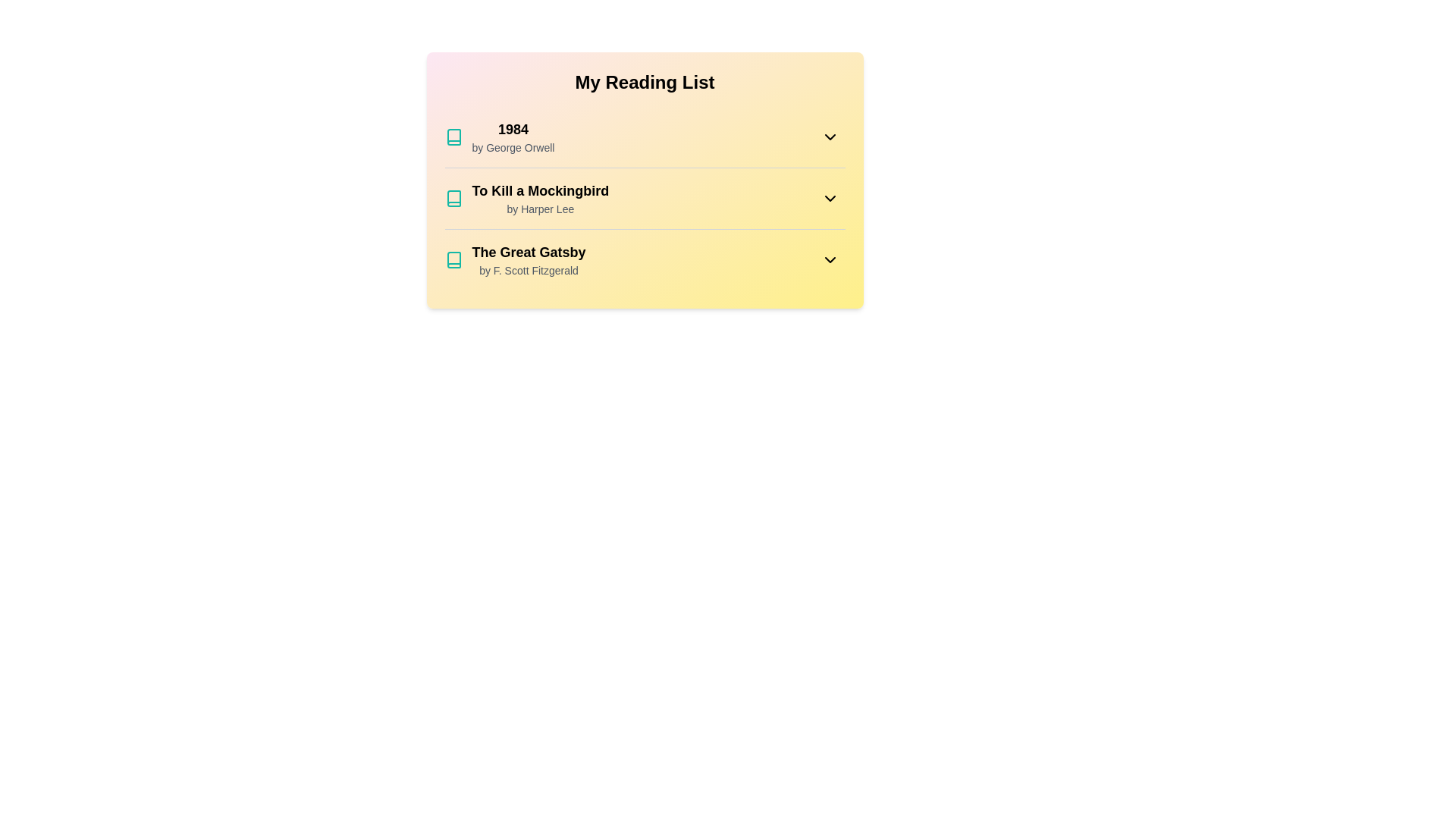 Image resolution: width=1456 pixels, height=819 pixels. I want to click on the book icon for The Great Gatsby, so click(453, 259).